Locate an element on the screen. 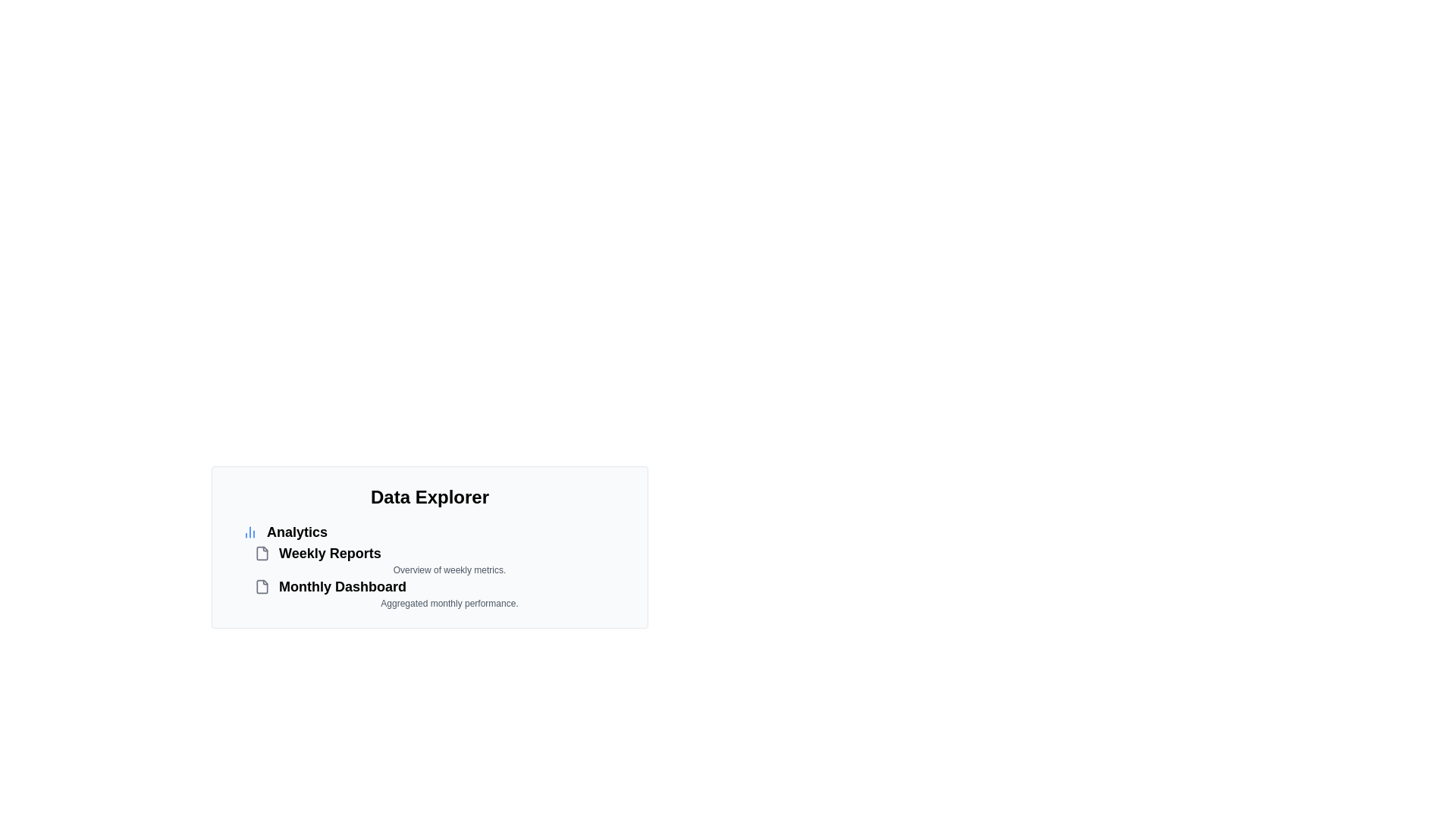  the second navigation link in the 'Analytics' section of the 'Data Explorer' menu is located at coordinates (441, 553).